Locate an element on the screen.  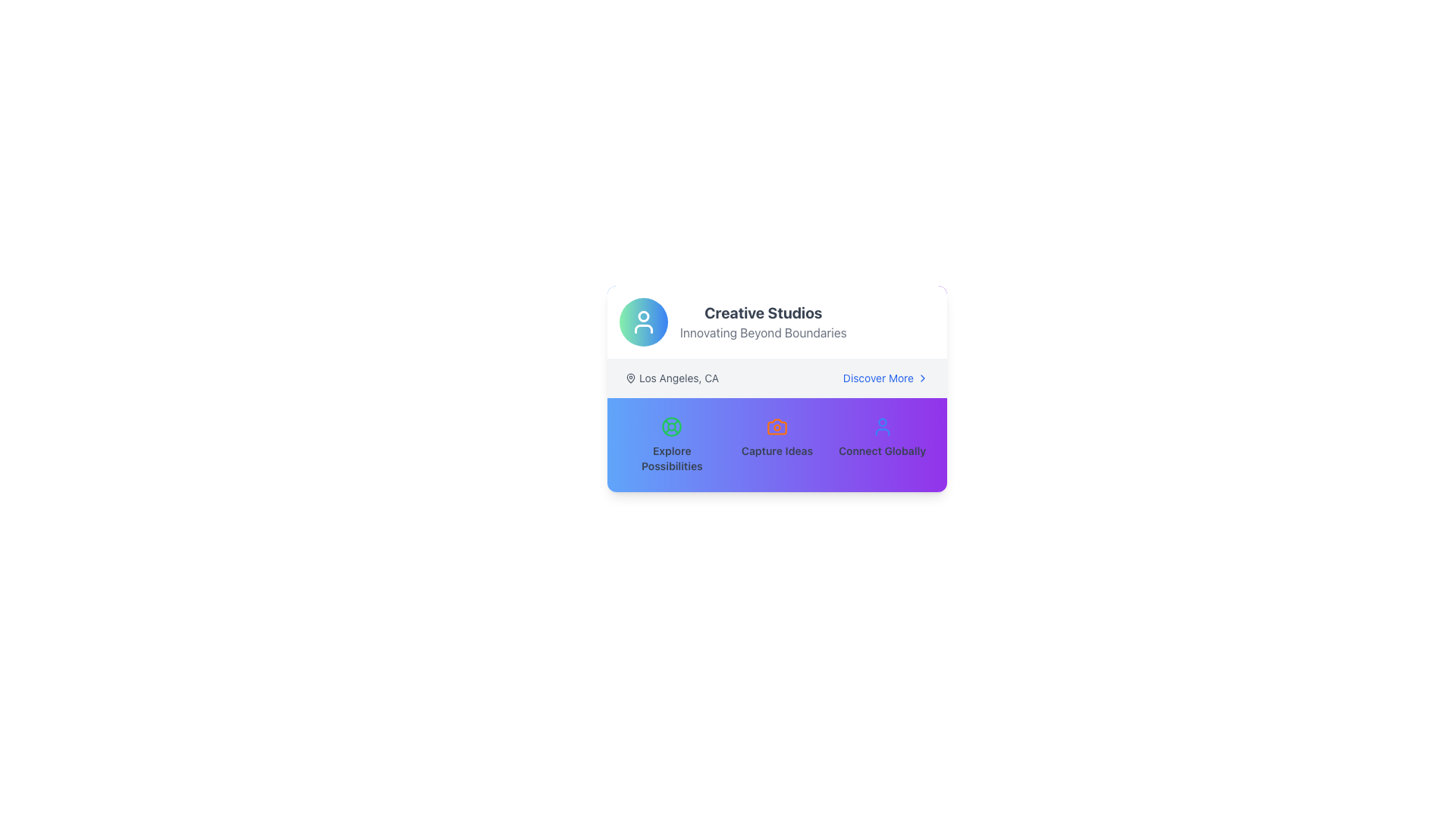
any section of the Grid layout with icons and text labels is located at coordinates (777, 444).